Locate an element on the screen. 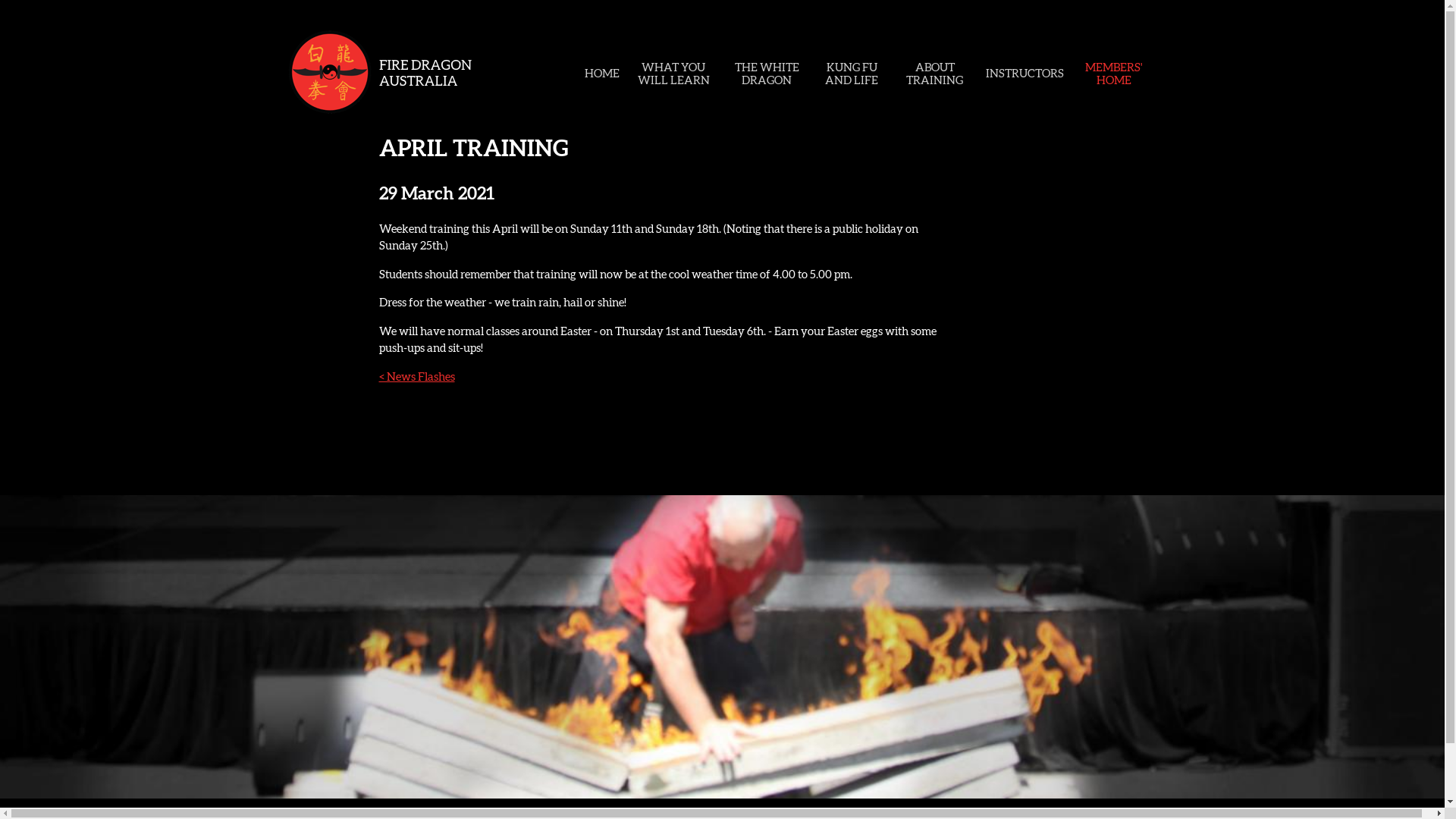  'WHAT YOU WILL LEARN' is located at coordinates (626, 73).